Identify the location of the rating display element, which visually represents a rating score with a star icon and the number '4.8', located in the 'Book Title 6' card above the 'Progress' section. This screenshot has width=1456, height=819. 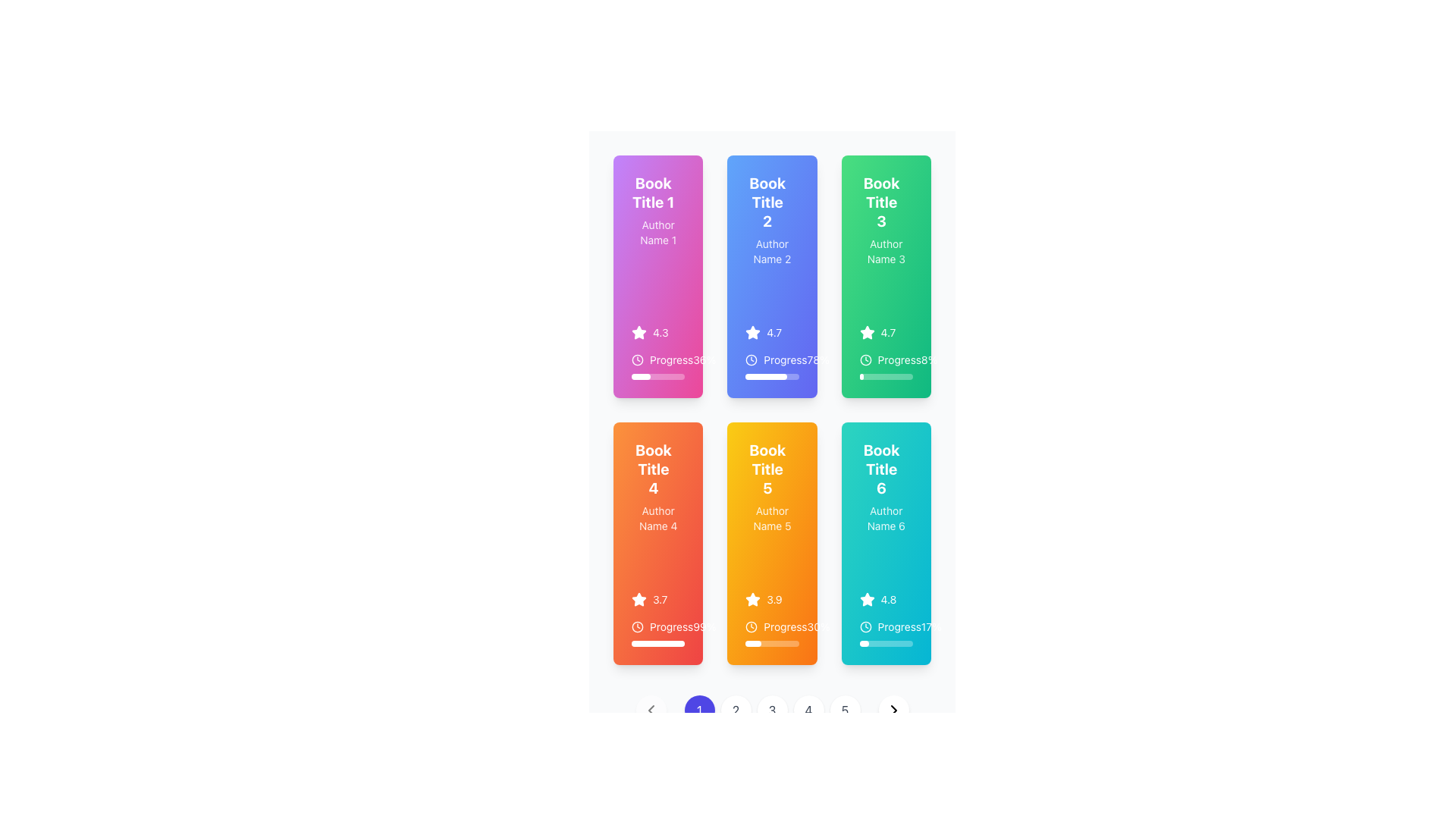
(886, 598).